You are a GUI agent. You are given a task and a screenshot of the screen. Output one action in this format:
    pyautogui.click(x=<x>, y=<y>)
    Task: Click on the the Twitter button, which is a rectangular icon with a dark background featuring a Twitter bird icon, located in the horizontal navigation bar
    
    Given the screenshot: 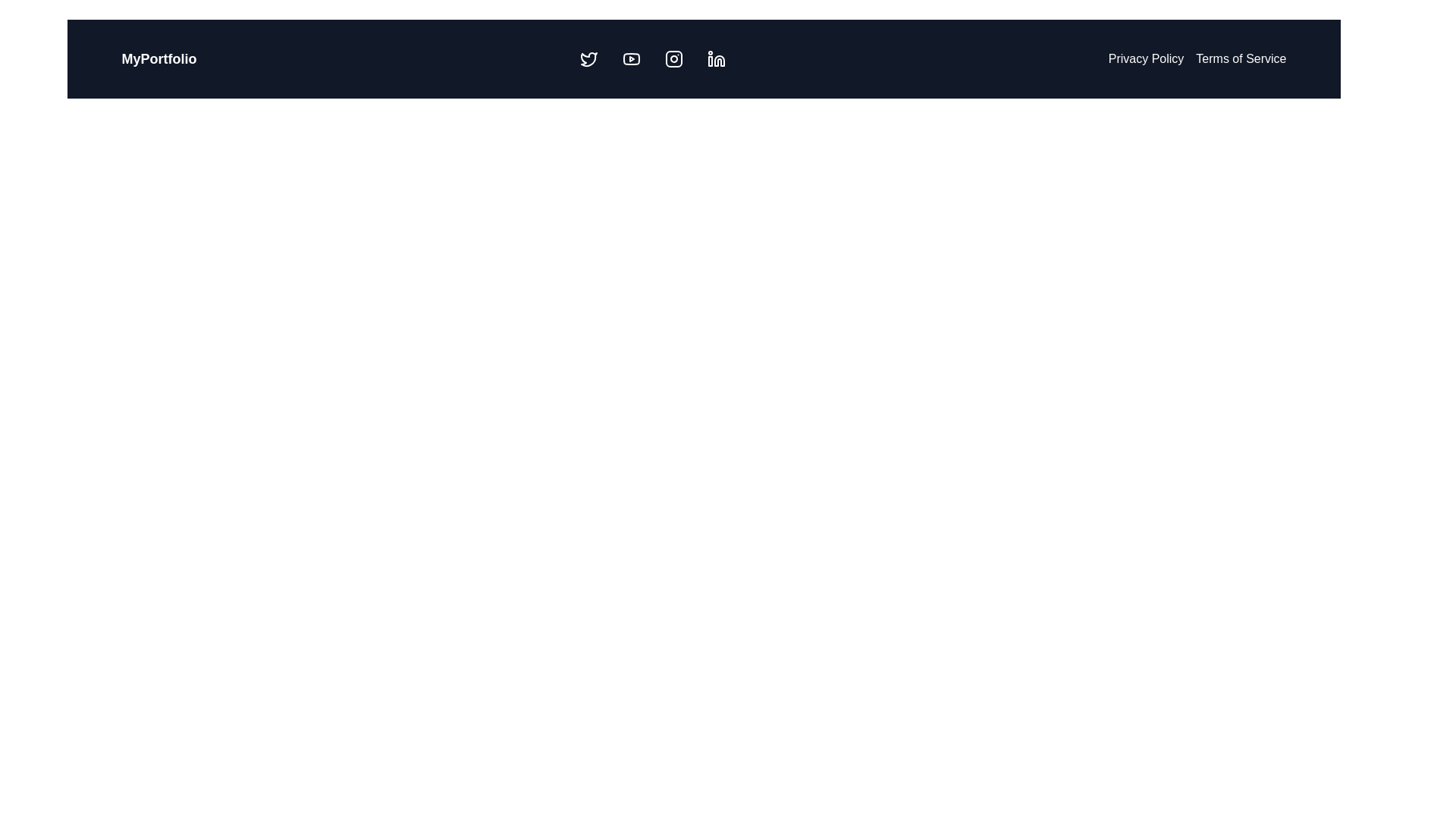 What is the action you would take?
    pyautogui.click(x=588, y=58)
    